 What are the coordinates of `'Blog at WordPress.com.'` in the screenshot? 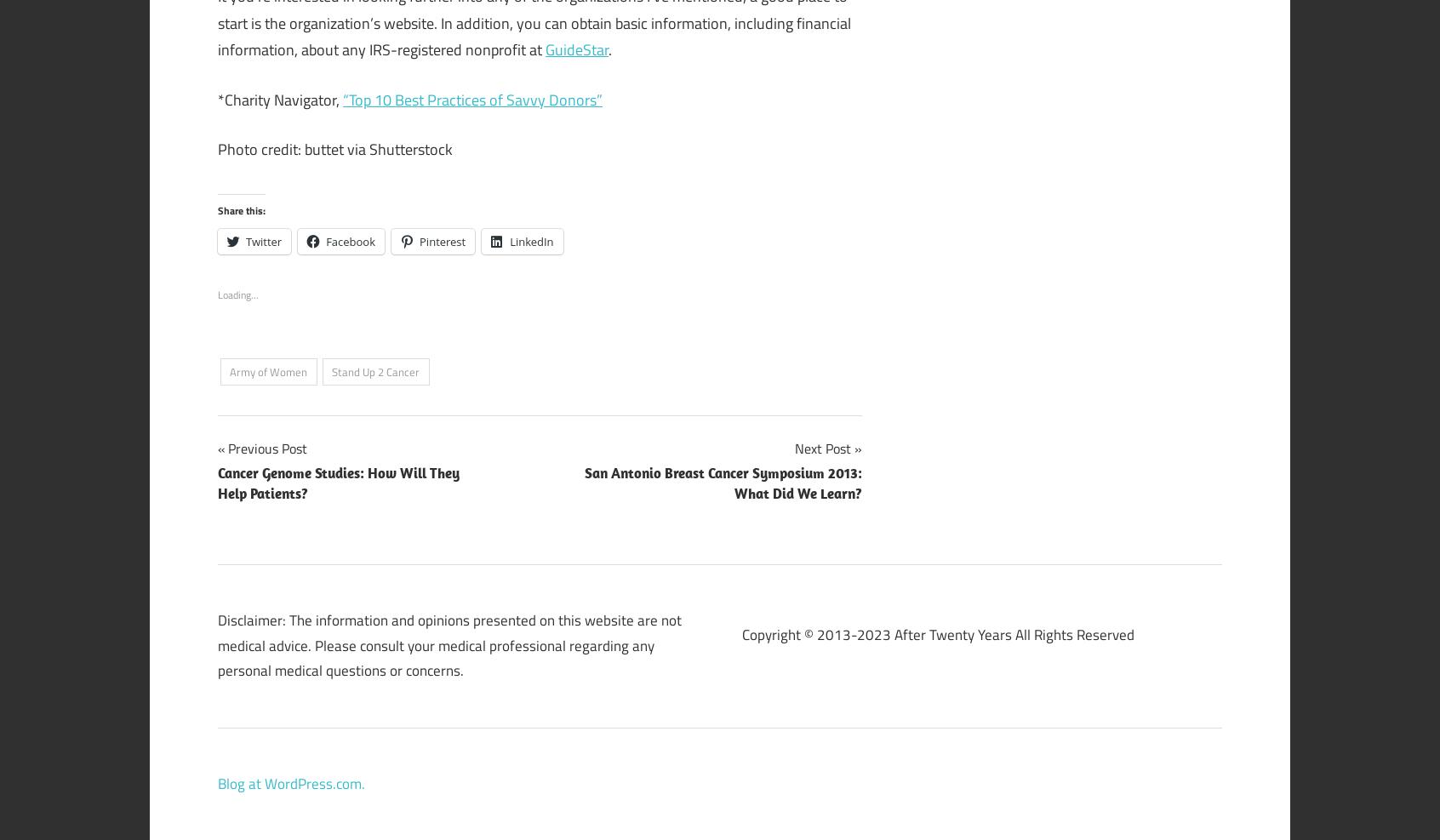 It's located at (290, 783).